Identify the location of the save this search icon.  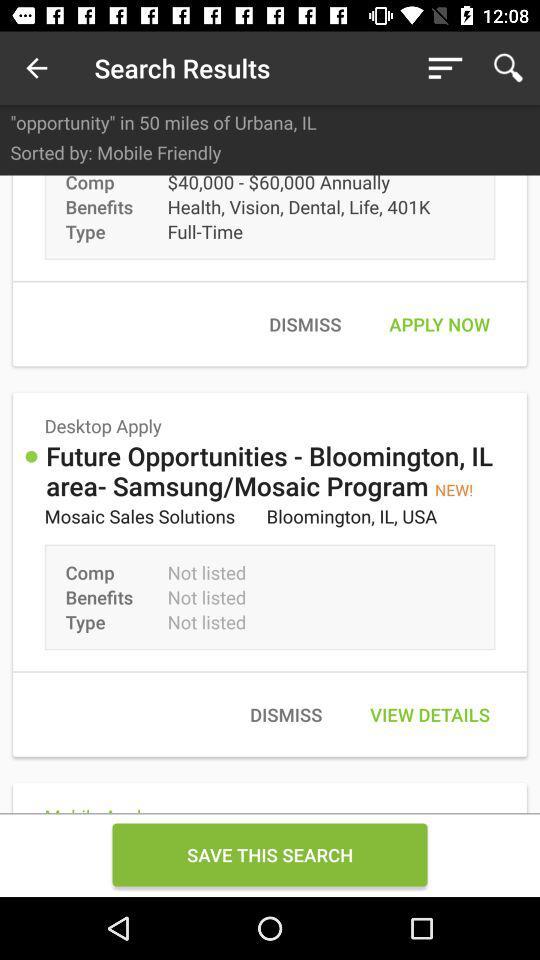
(270, 853).